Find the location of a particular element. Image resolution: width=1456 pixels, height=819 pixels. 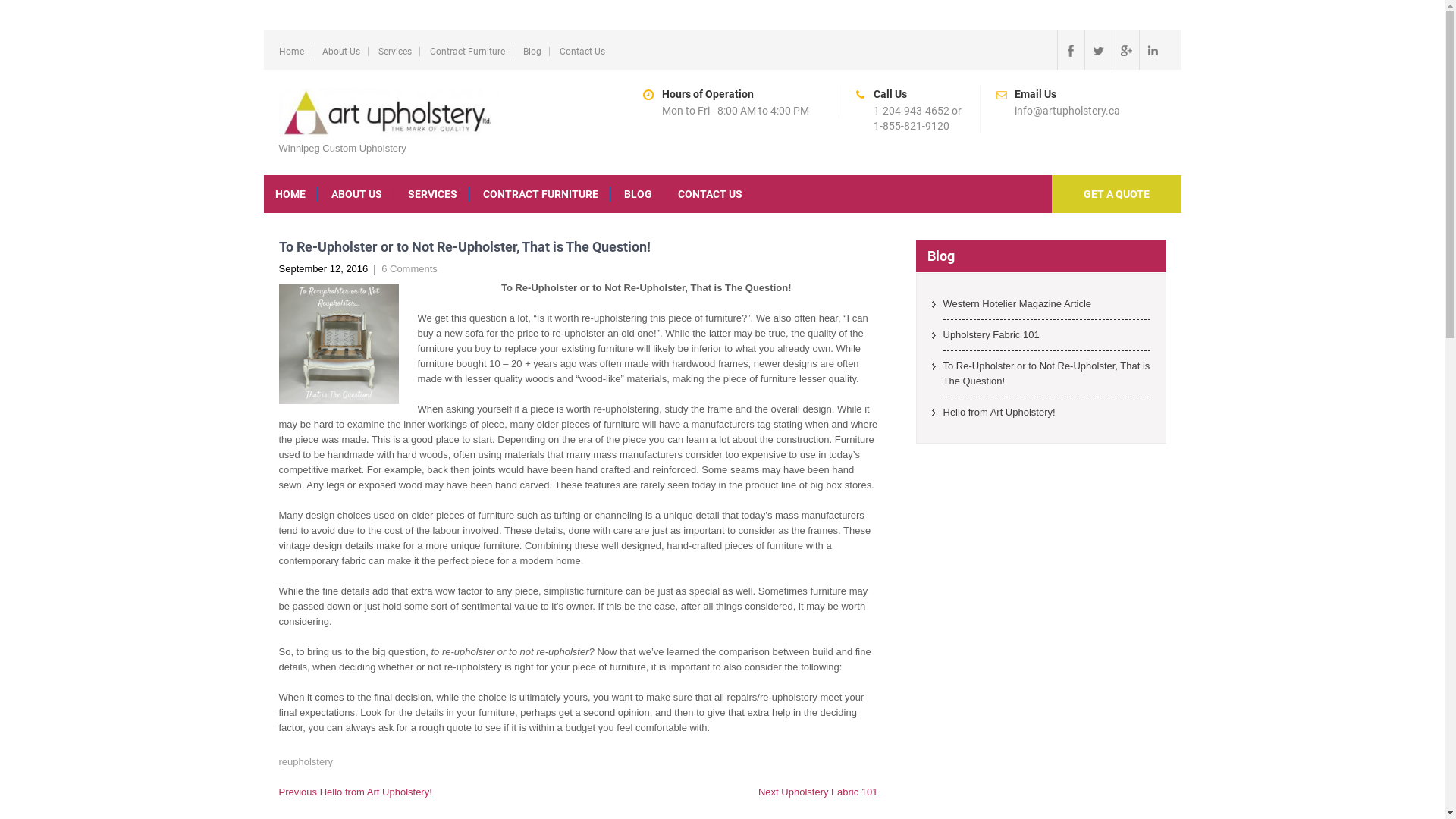

'BLOG' is located at coordinates (638, 193).